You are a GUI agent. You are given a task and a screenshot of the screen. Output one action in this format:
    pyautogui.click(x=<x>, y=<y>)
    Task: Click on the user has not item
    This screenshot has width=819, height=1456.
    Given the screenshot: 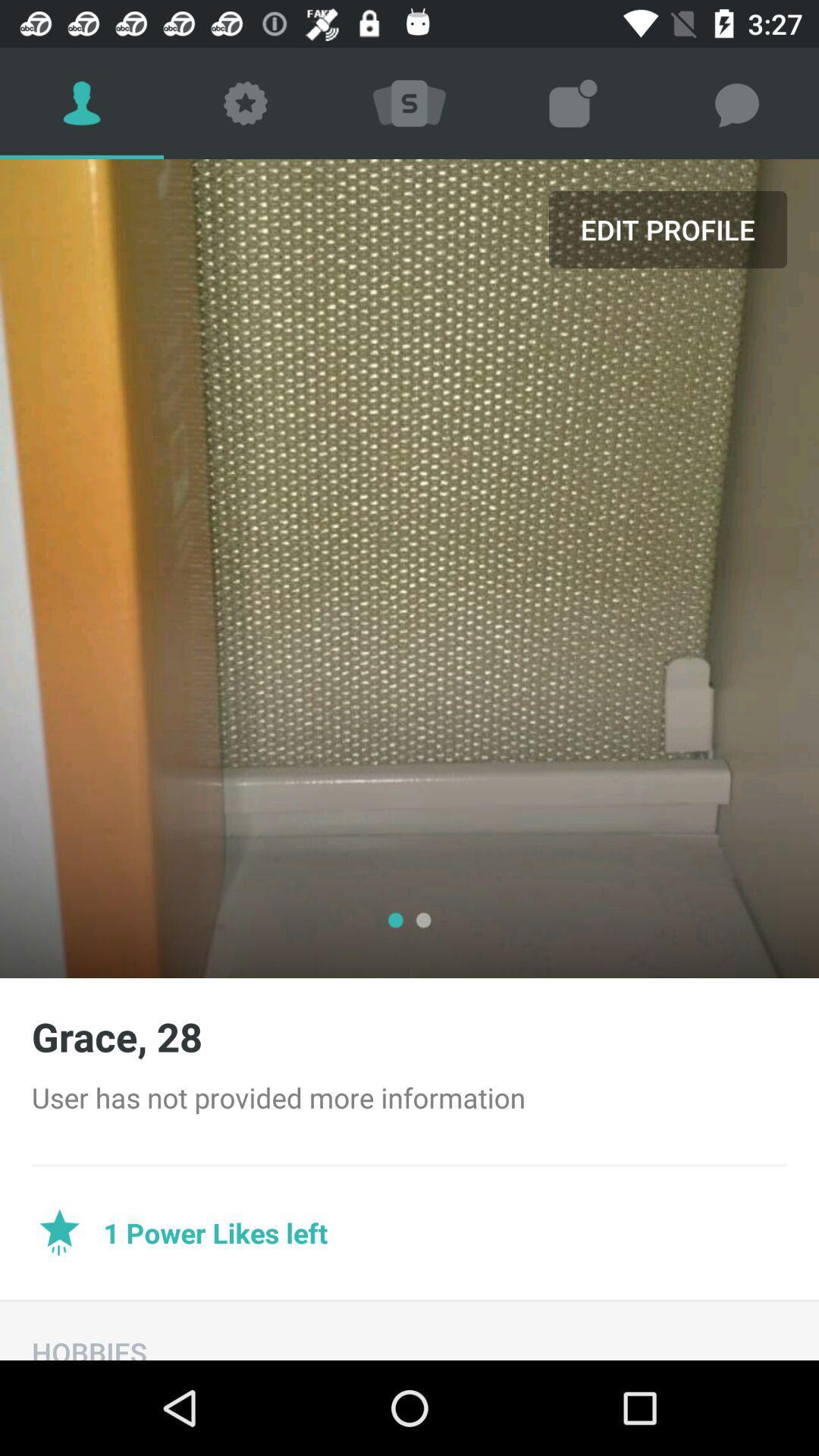 What is the action you would take?
    pyautogui.click(x=409, y=1097)
    